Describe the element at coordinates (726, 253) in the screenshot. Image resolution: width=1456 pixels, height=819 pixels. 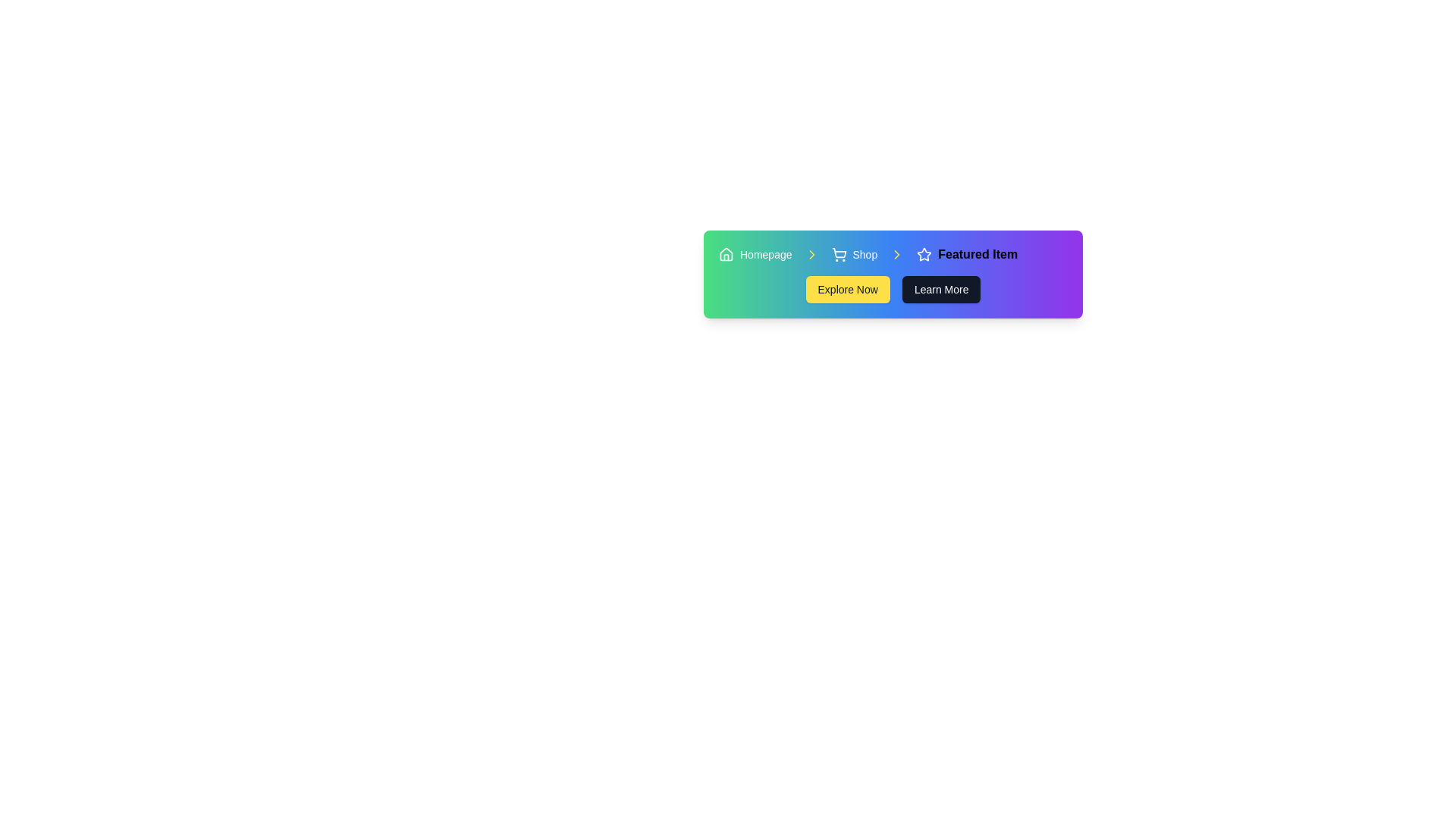
I see `the house-shaped icon representing the homepage, located in the top left menu bar before the text 'Homepage'` at that location.